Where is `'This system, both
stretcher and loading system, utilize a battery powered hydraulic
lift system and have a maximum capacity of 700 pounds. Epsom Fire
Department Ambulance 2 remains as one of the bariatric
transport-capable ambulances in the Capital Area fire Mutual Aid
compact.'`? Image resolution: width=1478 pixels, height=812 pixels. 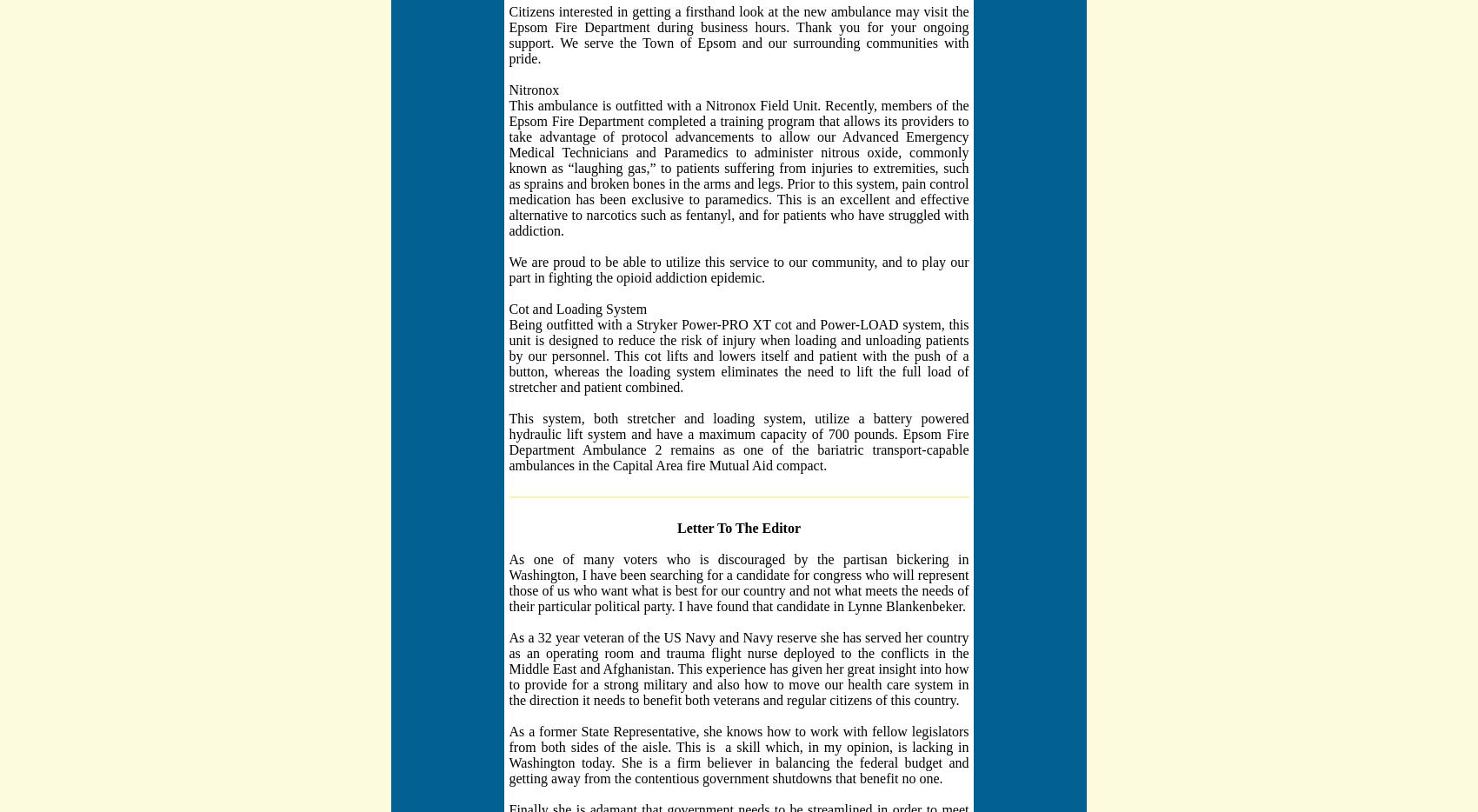 'This system, both
stretcher and loading system, utilize a battery powered hydraulic
lift system and have a maximum capacity of 700 pounds. Epsom Fire
Department Ambulance 2 remains as one of the bariatric
transport-capable ambulances in the Capital Area fire Mutual Aid
compact.' is located at coordinates (737, 440).